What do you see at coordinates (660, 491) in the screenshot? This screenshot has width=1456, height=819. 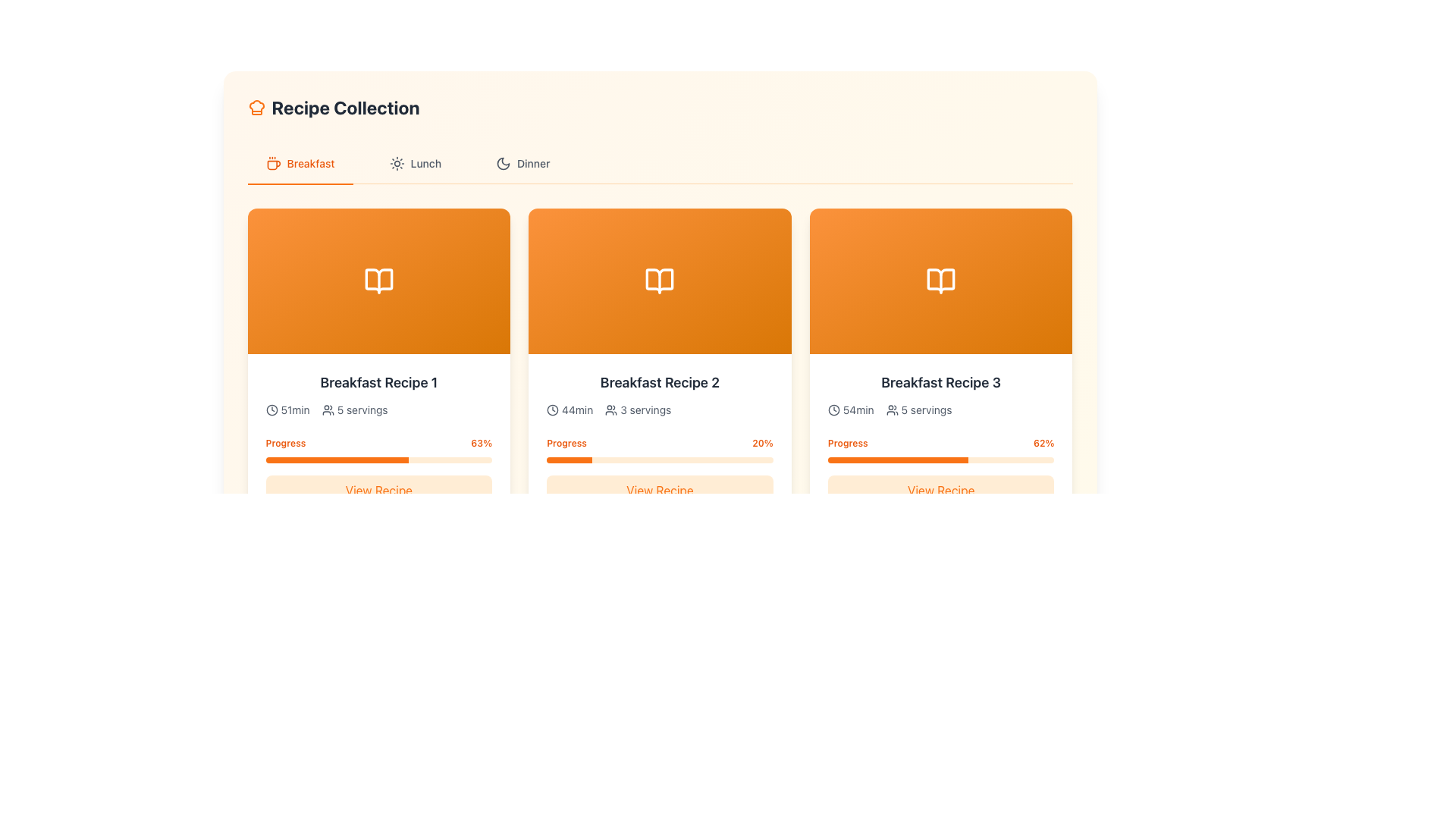 I see `the button located at the bottom section of the card for 'Breakfast Recipe 2'` at bounding box center [660, 491].